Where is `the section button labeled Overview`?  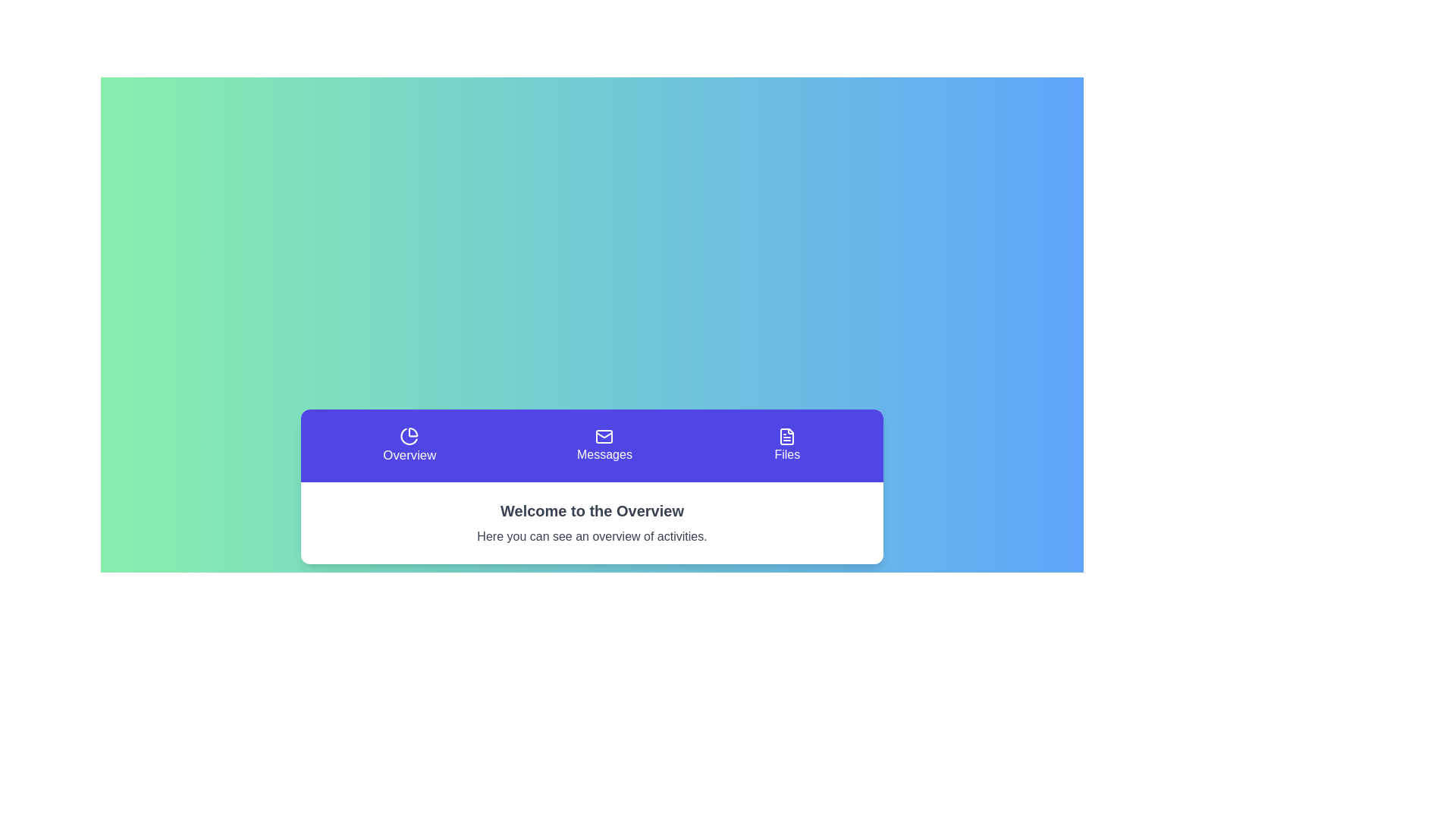
the section button labeled Overview is located at coordinates (409, 444).